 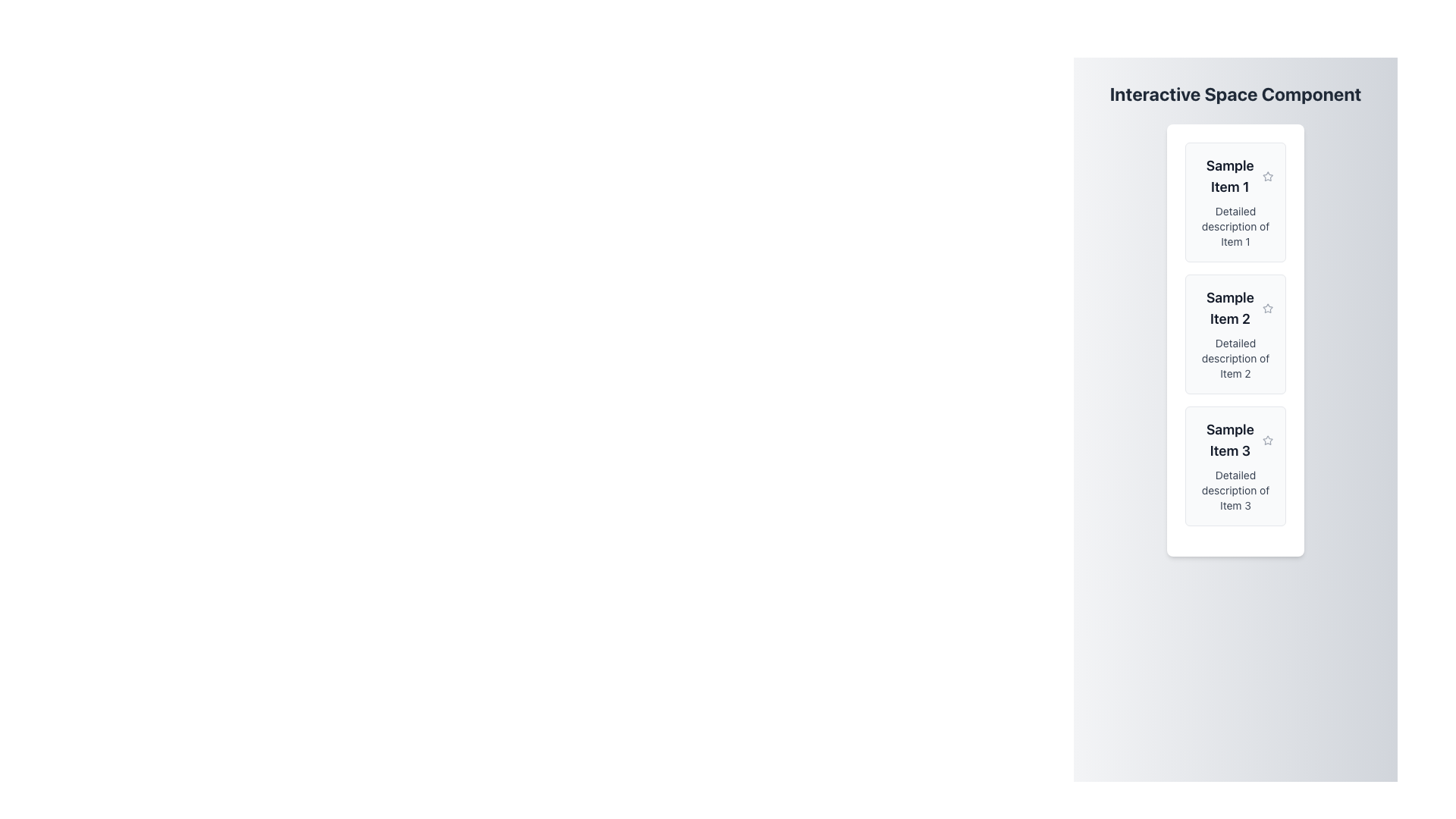 What do you see at coordinates (1267, 175) in the screenshot?
I see `the hollow star-shaped icon in gray located to the right of 'Sample Item 1' in the first information card` at bounding box center [1267, 175].